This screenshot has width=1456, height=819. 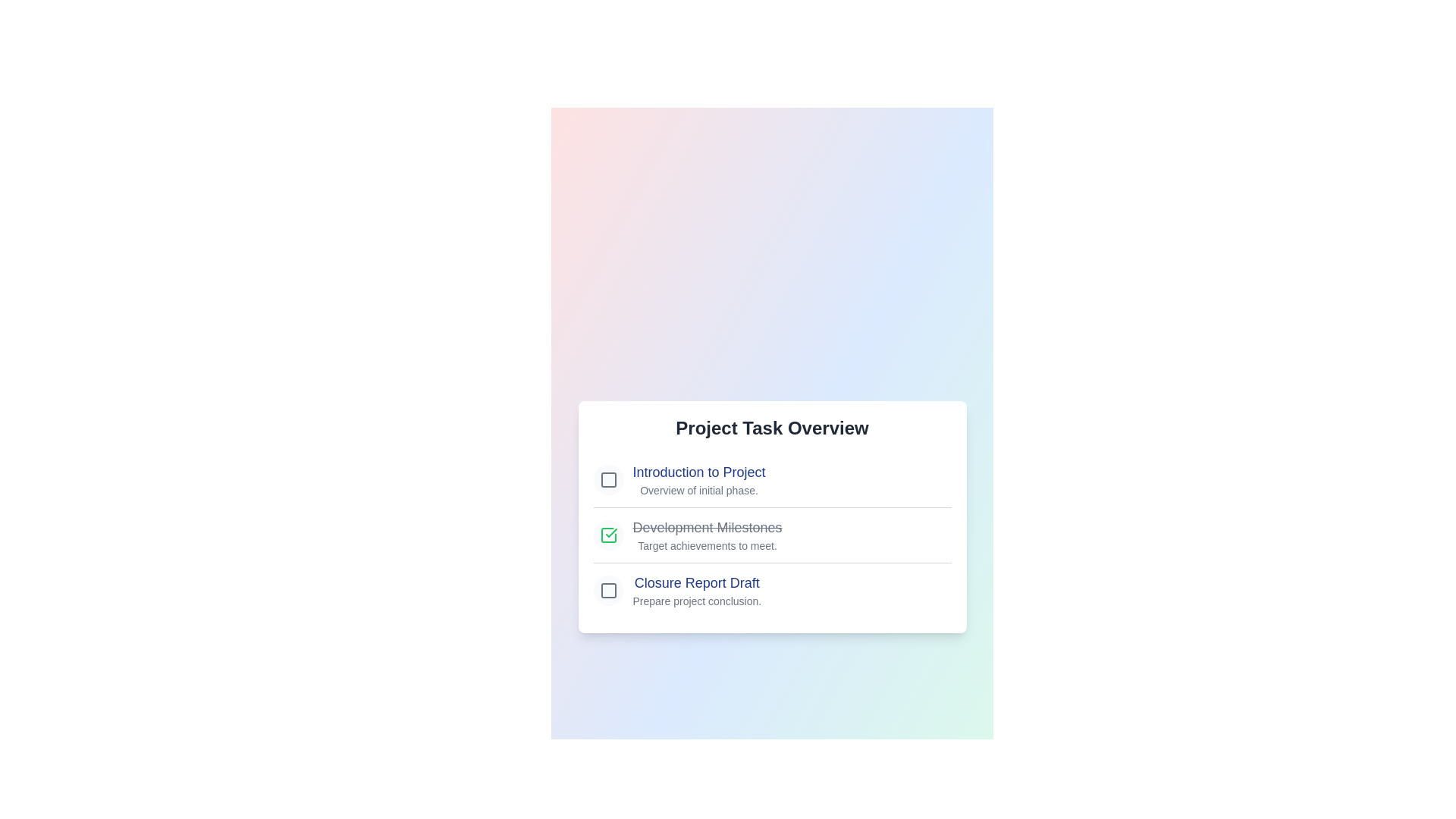 What do you see at coordinates (696, 582) in the screenshot?
I see `the checklist item labeled 'Closure Report Draft' to highlight it` at bounding box center [696, 582].